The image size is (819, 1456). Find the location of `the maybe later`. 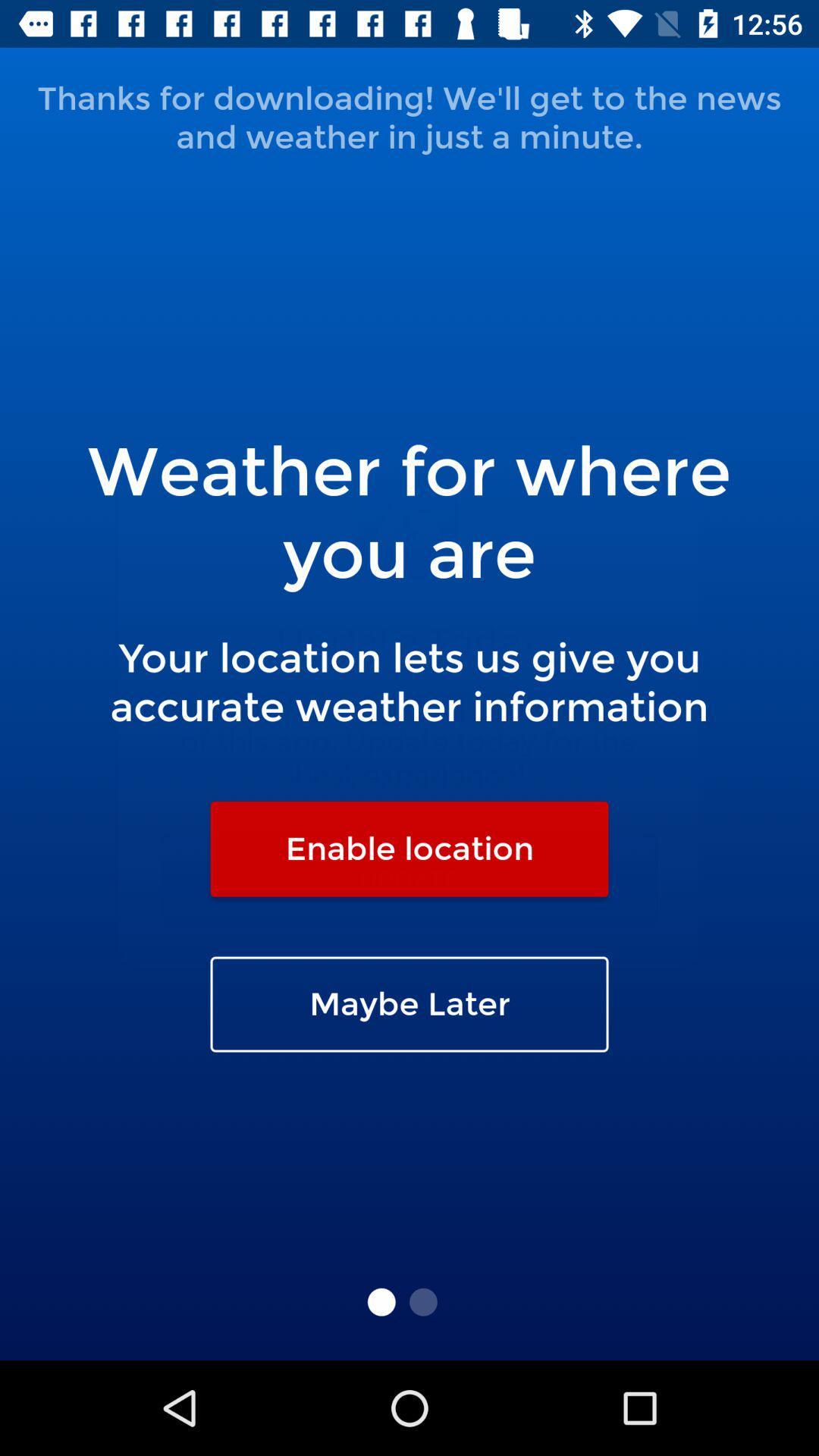

the maybe later is located at coordinates (409, 1004).